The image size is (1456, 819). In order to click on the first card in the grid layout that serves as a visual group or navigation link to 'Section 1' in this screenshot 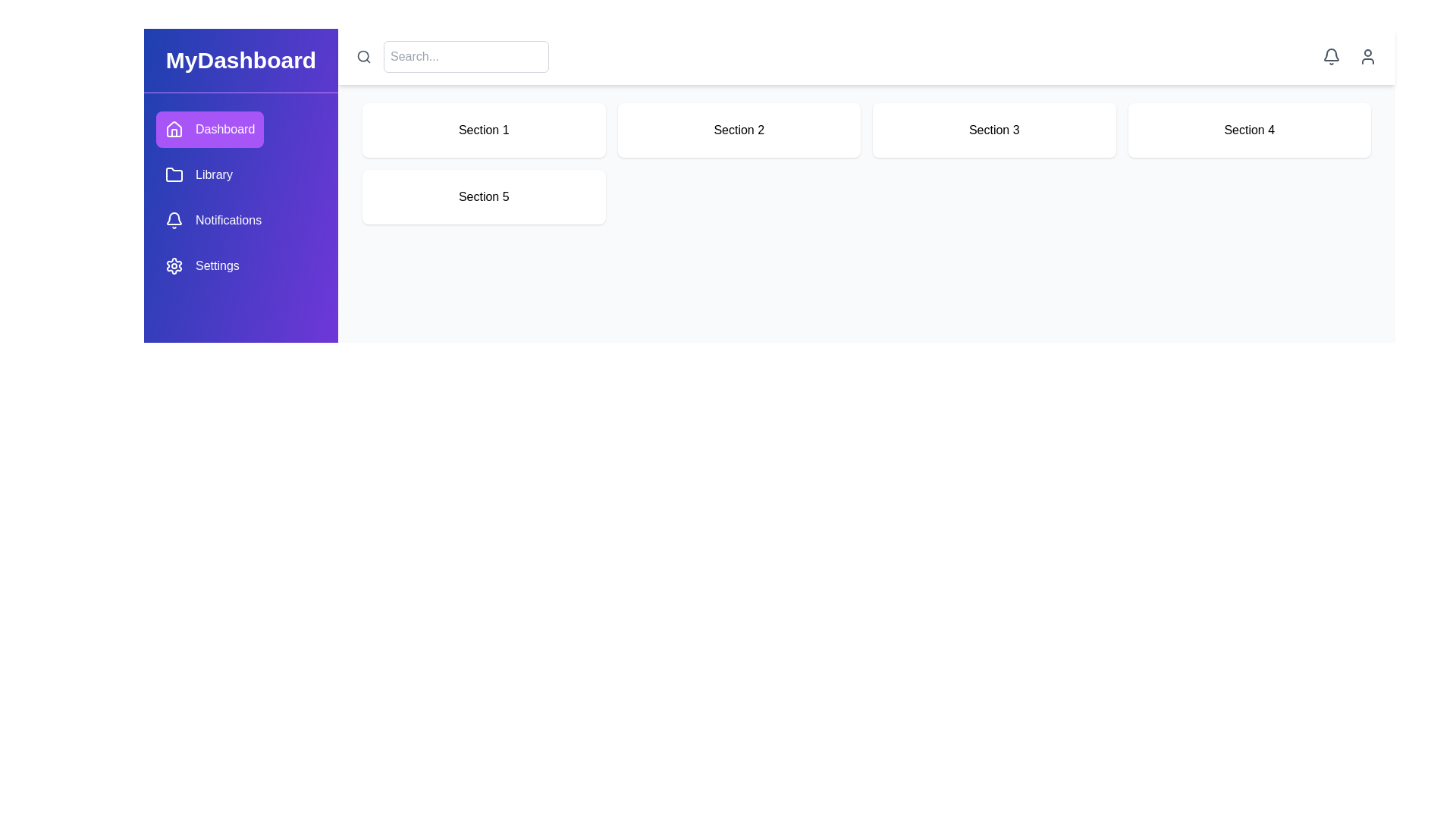, I will do `click(483, 130)`.